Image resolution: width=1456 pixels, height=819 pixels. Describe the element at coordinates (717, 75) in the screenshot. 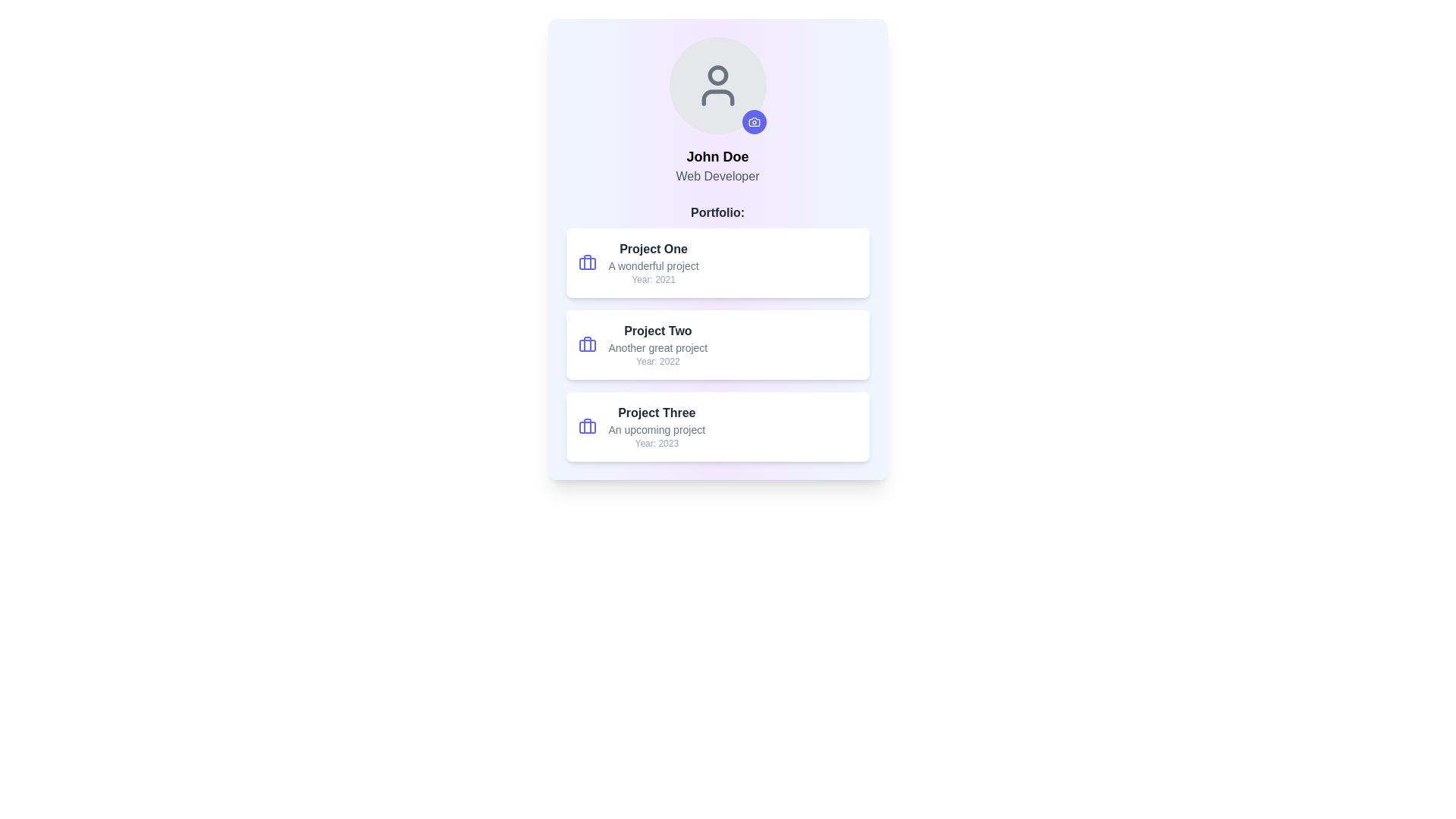

I see `the circular icon representing the head of the profile figure located at the upper section of the avatar-like icon for context menu` at that location.